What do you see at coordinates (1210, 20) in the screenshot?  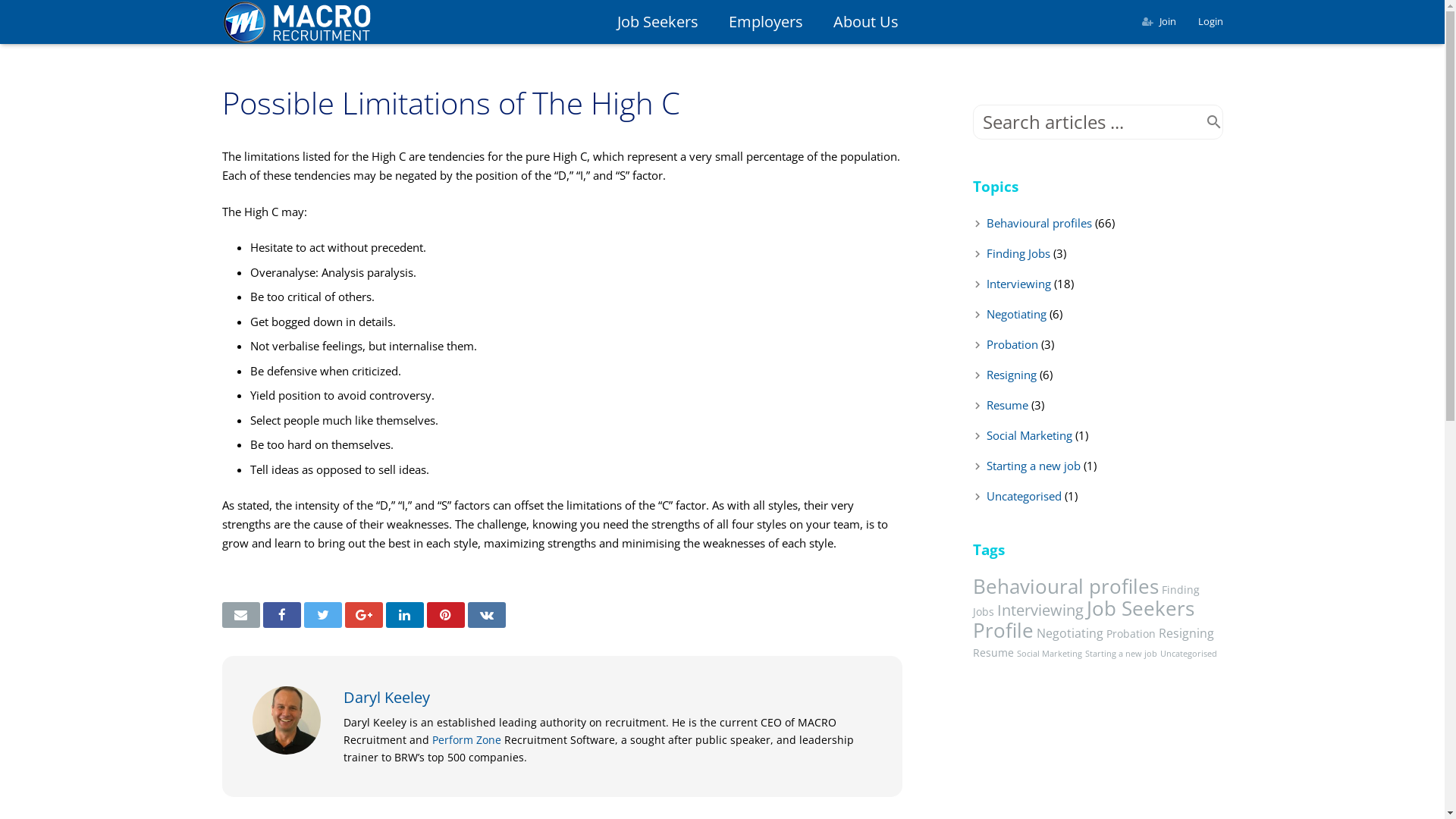 I see `'Login'` at bounding box center [1210, 20].